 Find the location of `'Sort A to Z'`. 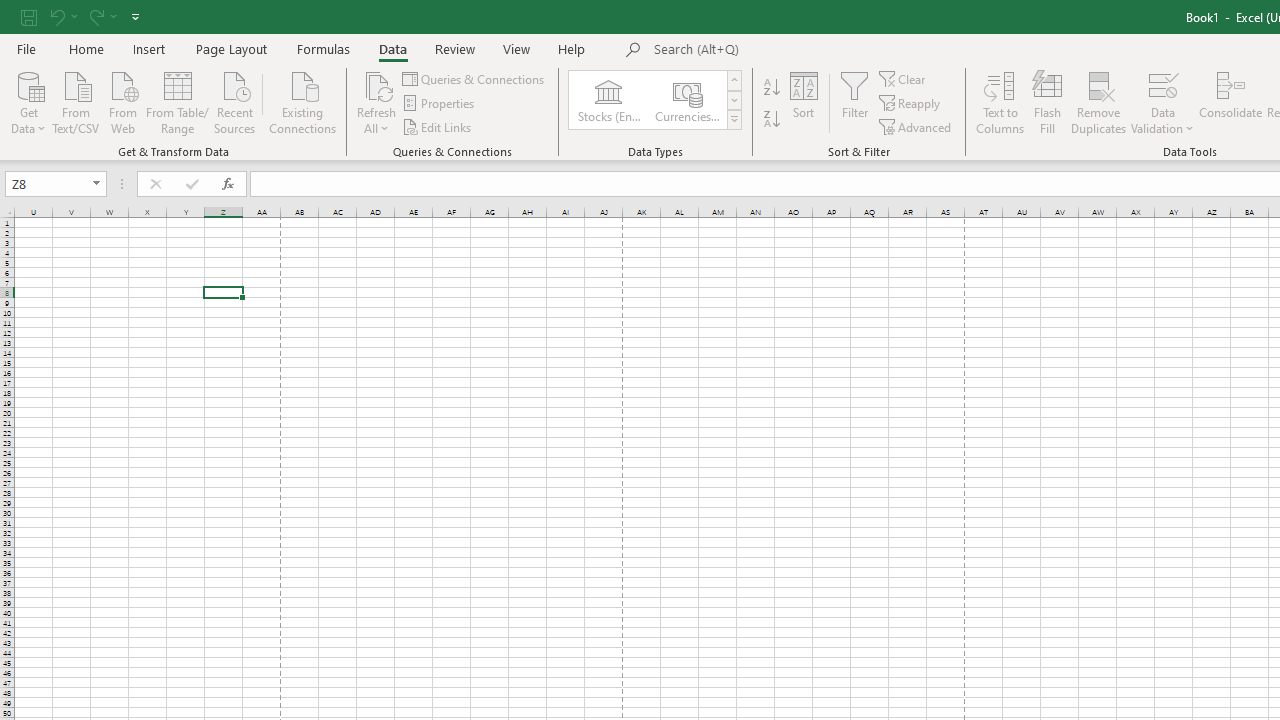

'Sort A to Z' is located at coordinates (771, 86).